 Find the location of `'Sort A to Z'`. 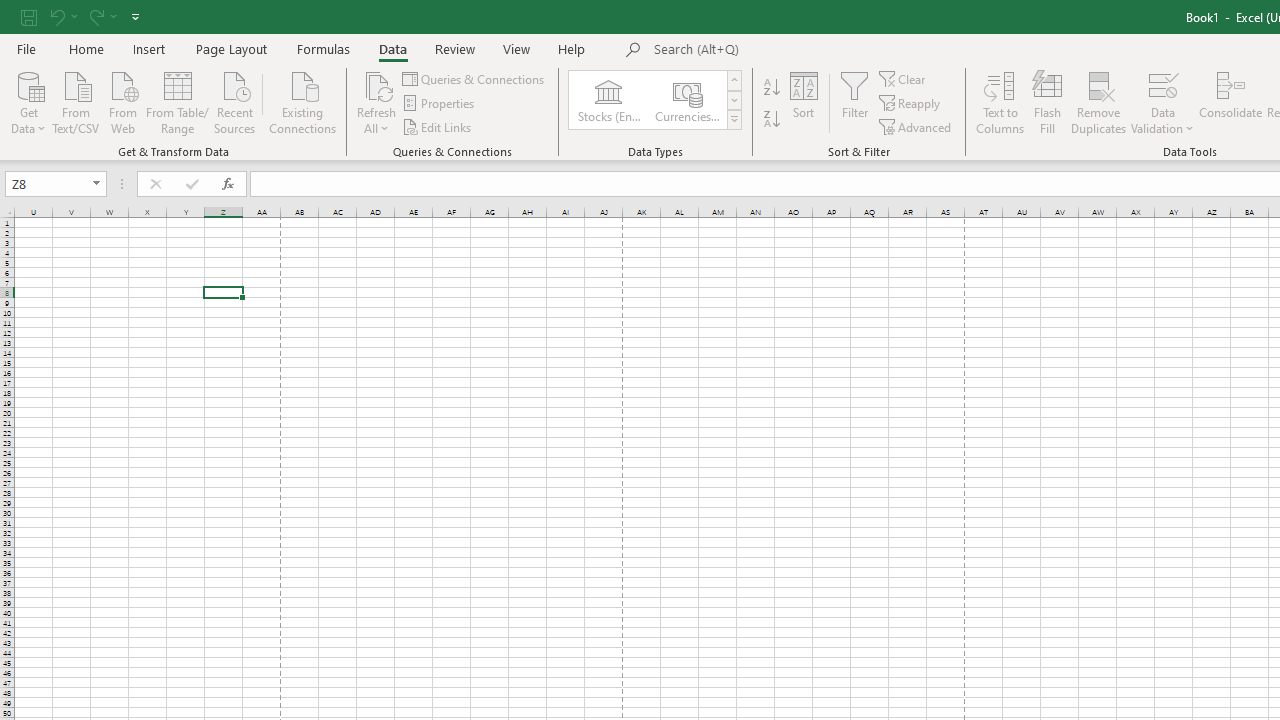

'Sort A to Z' is located at coordinates (771, 86).